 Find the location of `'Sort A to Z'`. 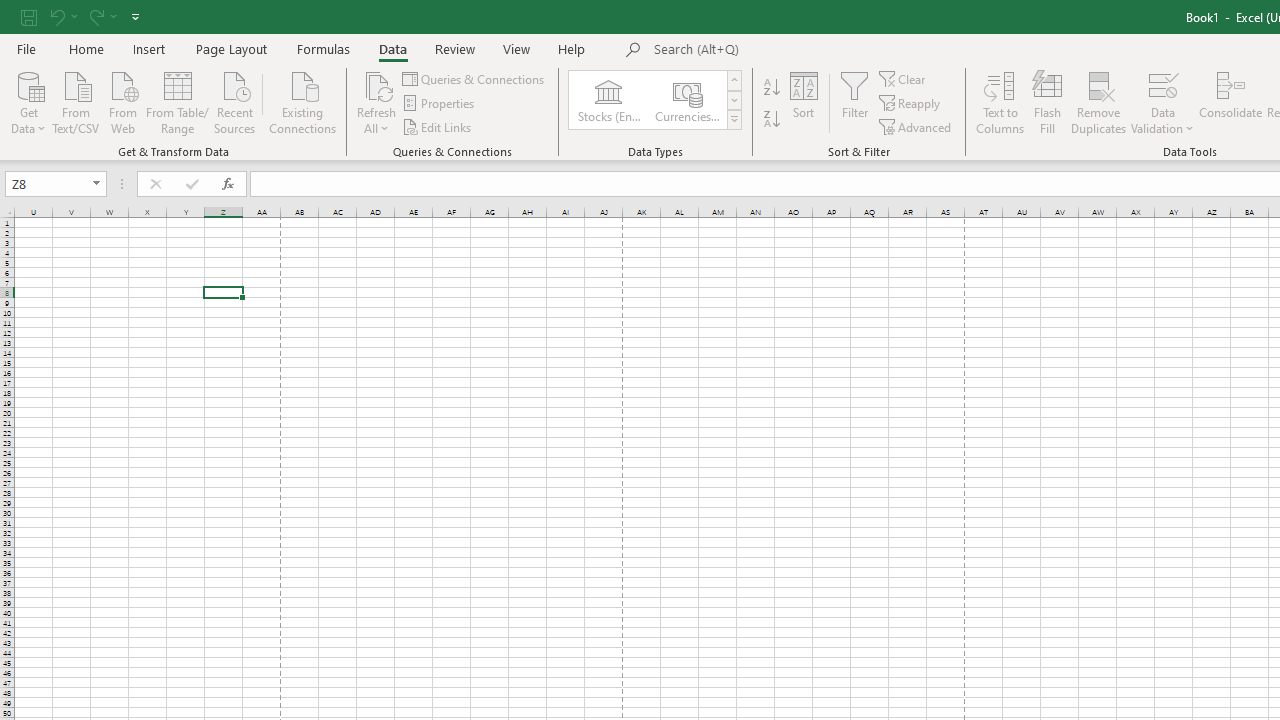

'Sort A to Z' is located at coordinates (771, 86).